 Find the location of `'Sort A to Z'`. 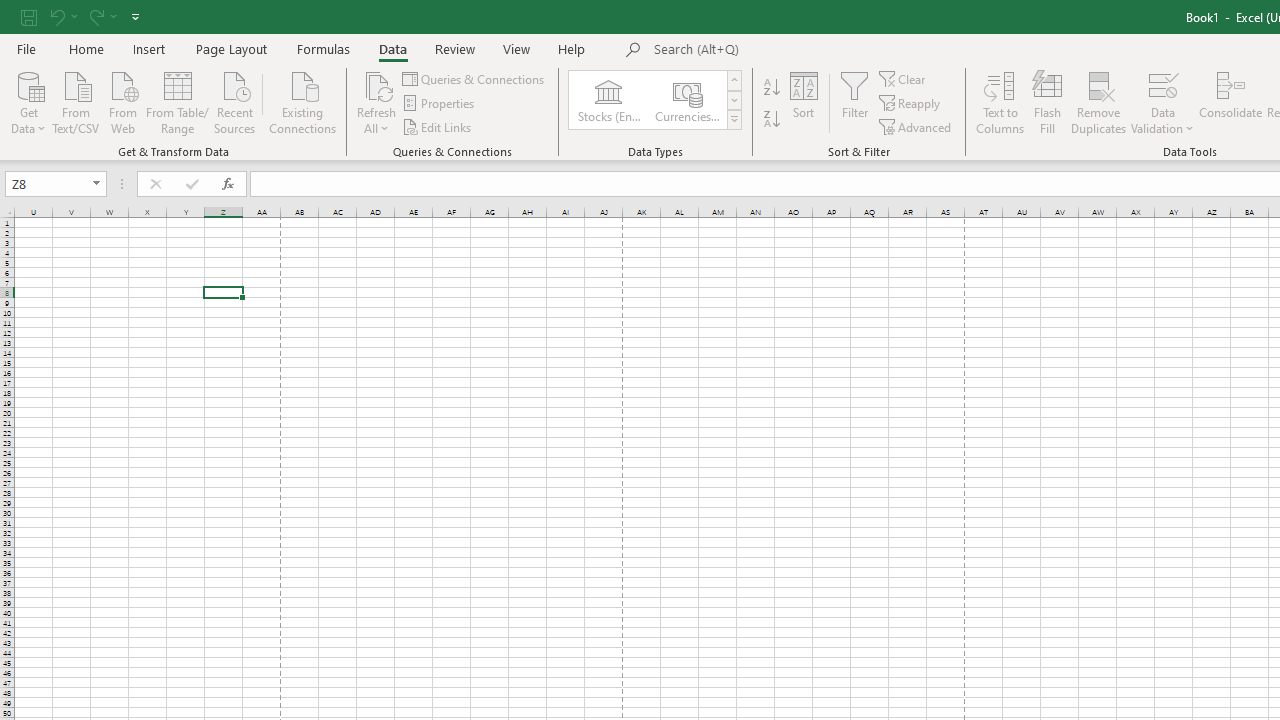

'Sort A to Z' is located at coordinates (771, 86).